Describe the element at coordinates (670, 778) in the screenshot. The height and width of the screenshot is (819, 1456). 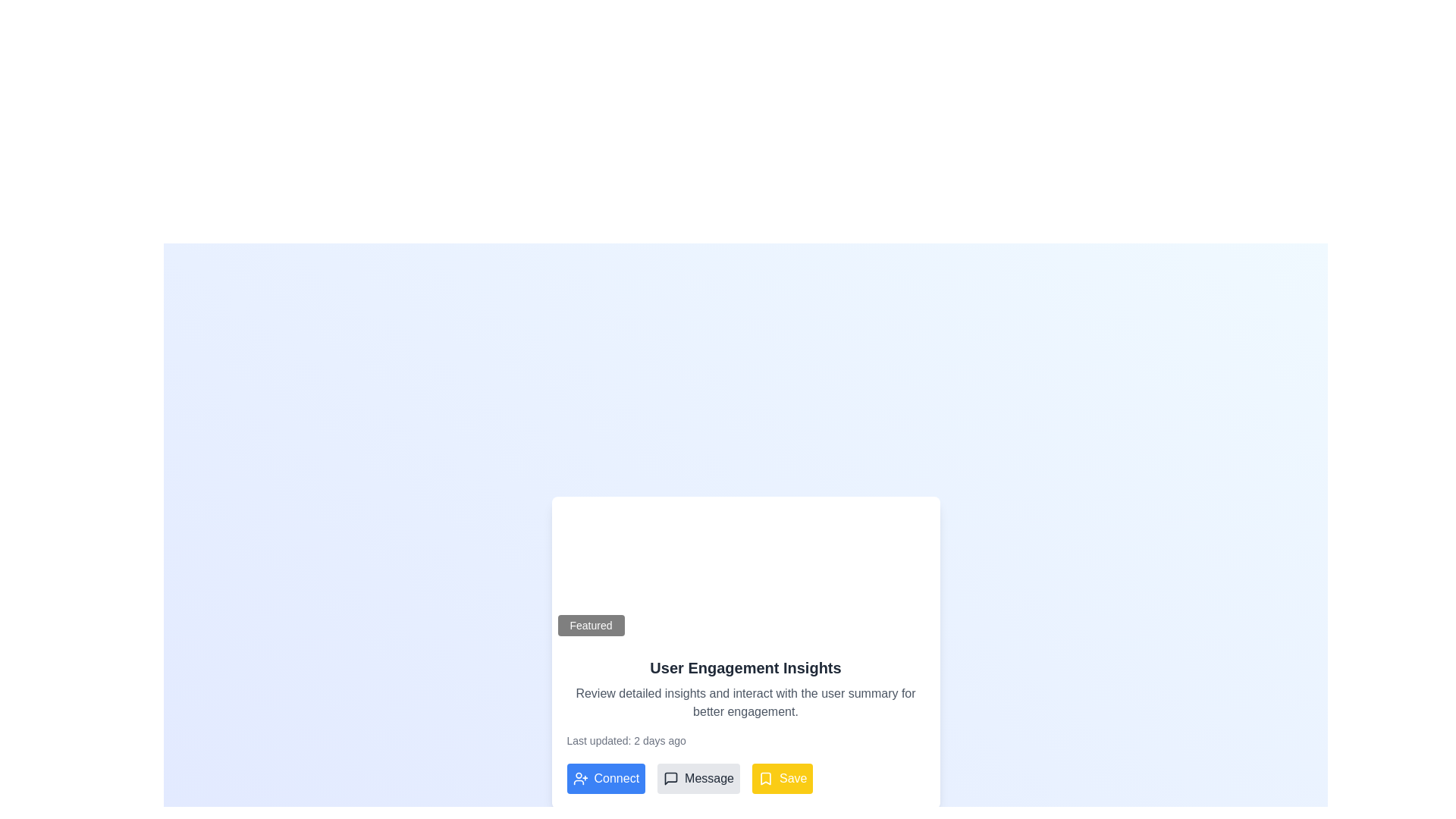
I see `the details of the square-shaped message speech bubble outline icon, rendered in gray, located inside the 'Message' button at the bottom section of the card under 'User Engagement Insights'` at that location.